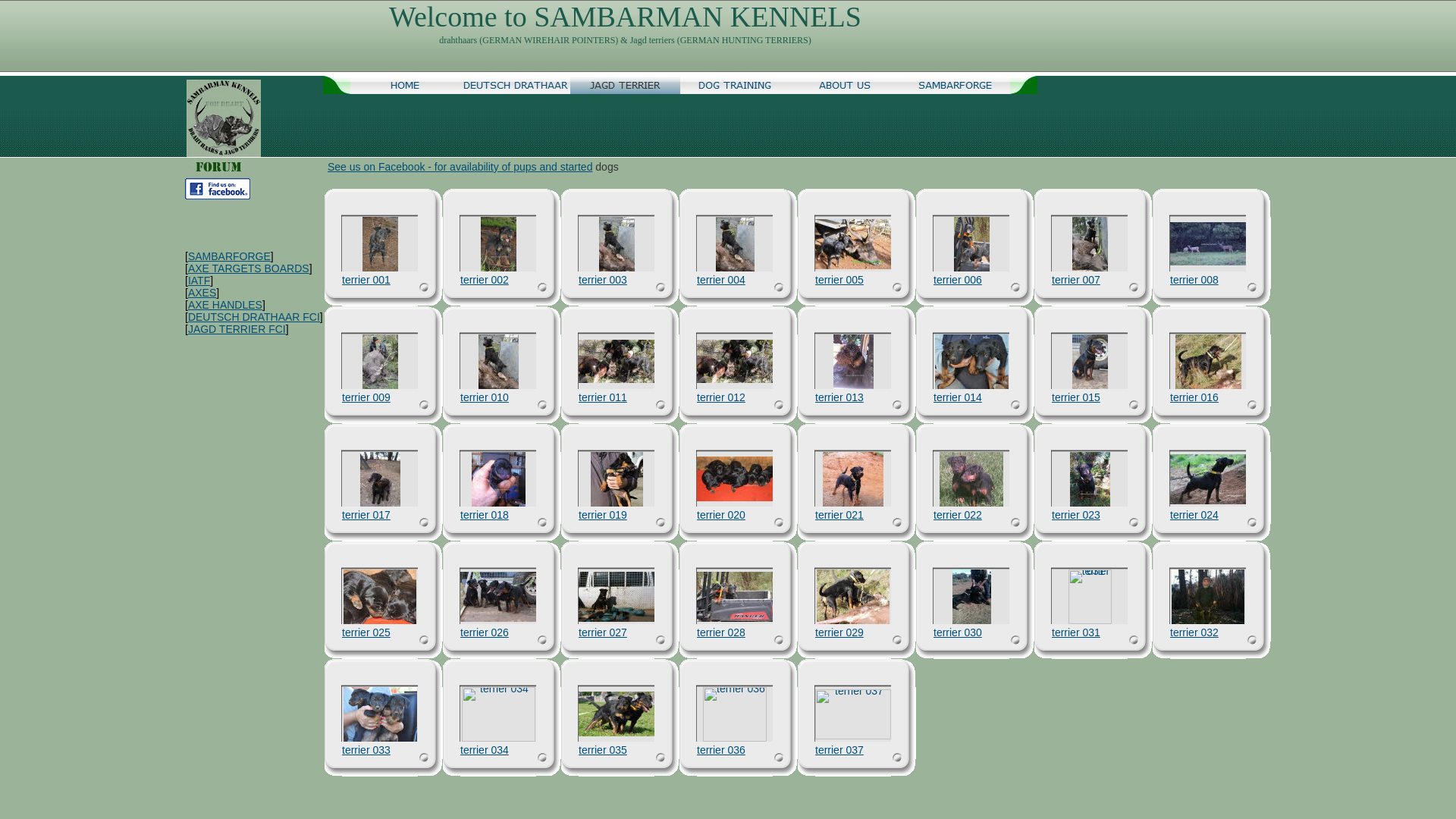 The height and width of the screenshot is (819, 1456). What do you see at coordinates (1051, 632) in the screenshot?
I see `'terrier 031'` at bounding box center [1051, 632].